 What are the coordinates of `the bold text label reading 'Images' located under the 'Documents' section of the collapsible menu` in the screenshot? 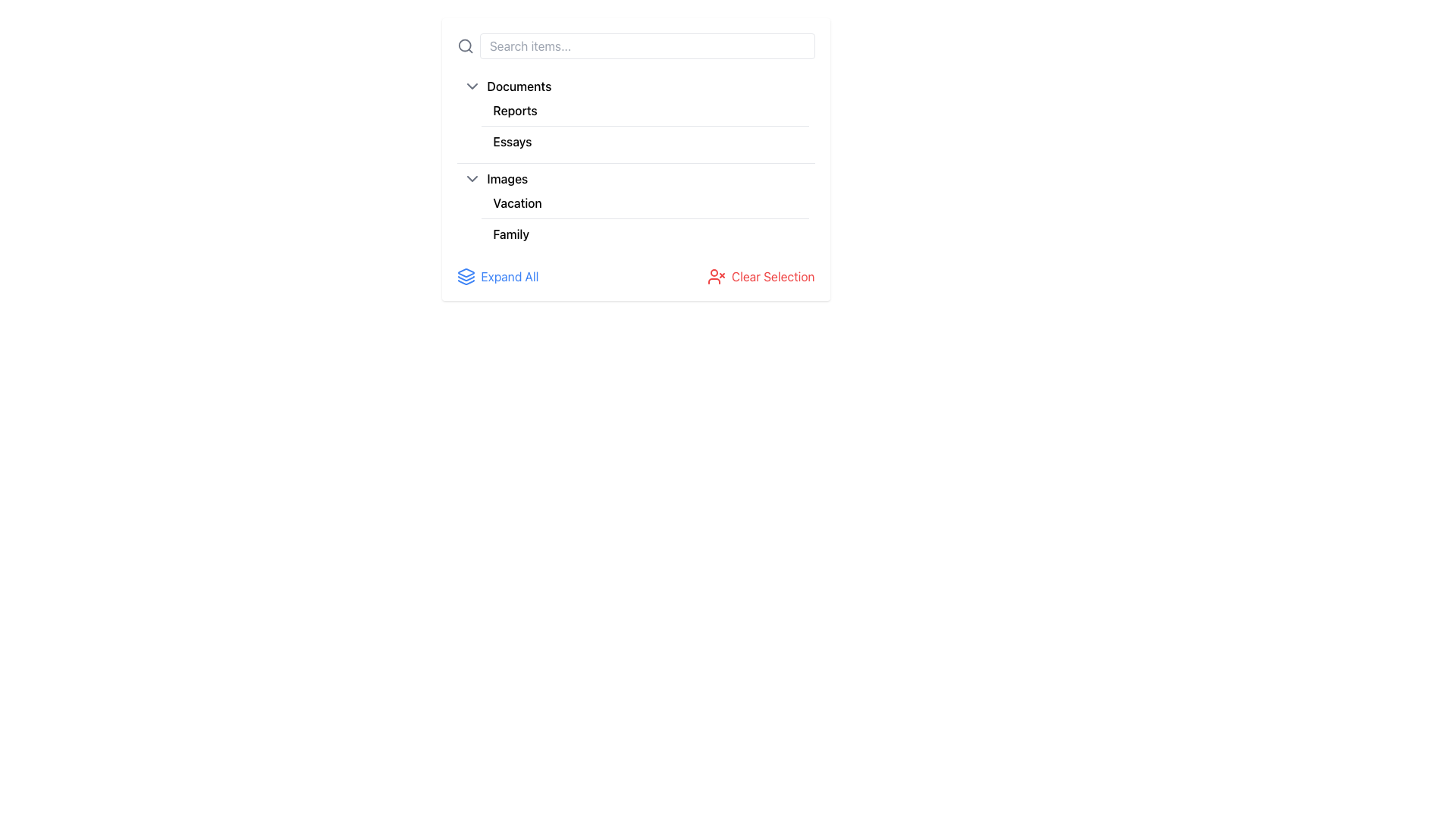 It's located at (507, 177).